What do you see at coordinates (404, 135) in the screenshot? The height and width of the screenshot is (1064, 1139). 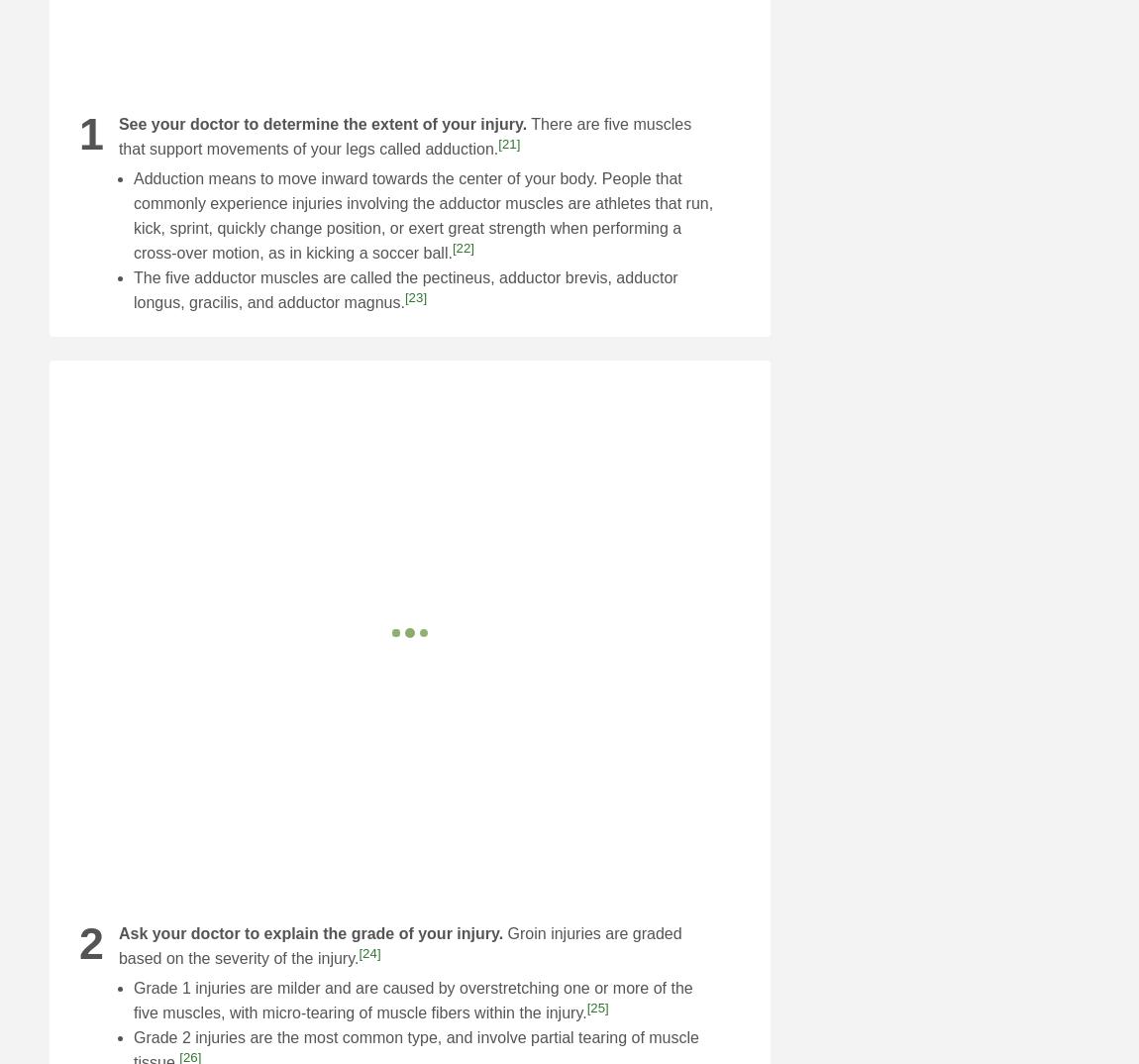 I see `'There are five muscles that support movements of your legs called adduction.'` at bounding box center [404, 135].